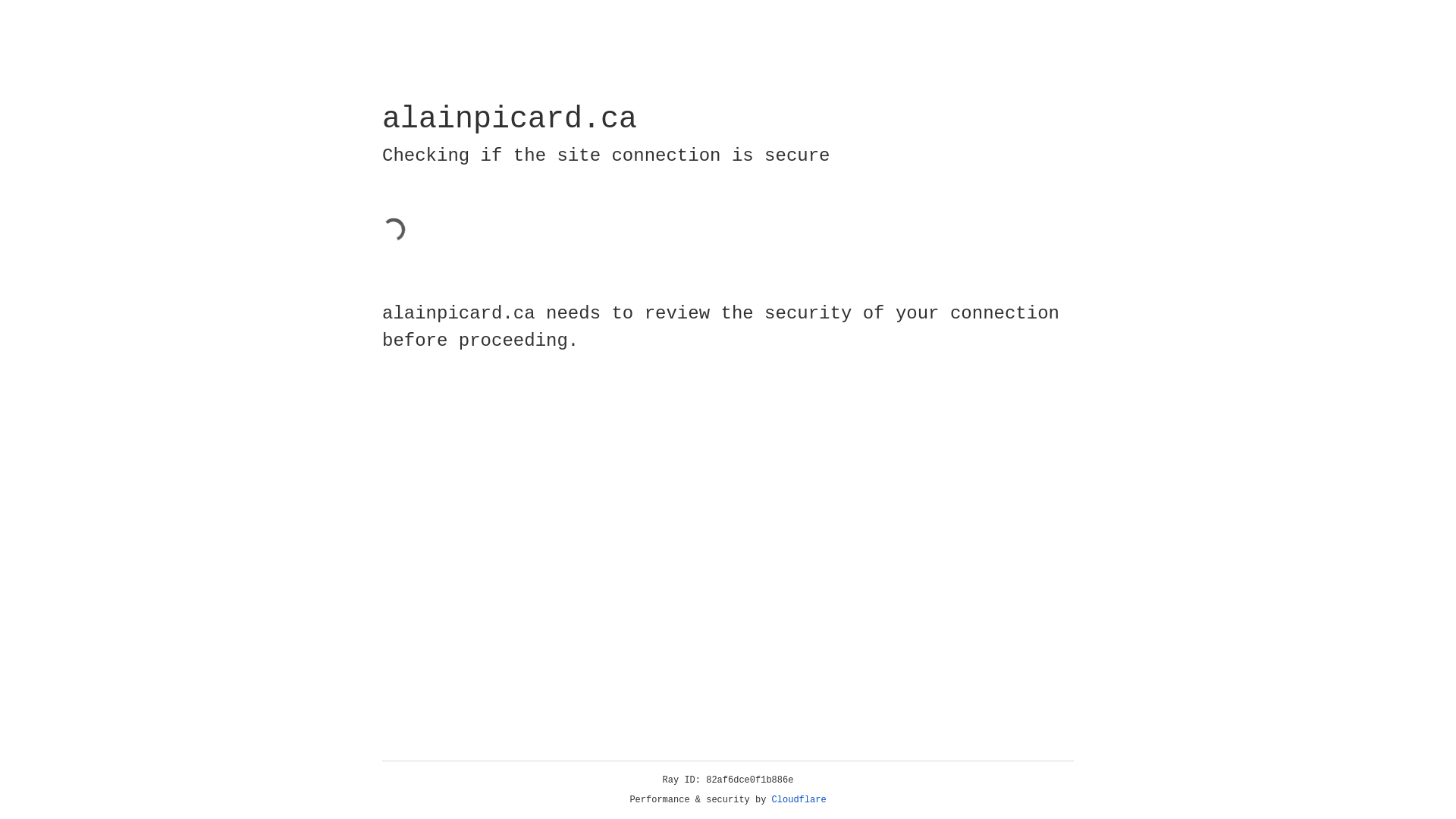 The image size is (1456, 819). What do you see at coordinates (799, 799) in the screenshot?
I see `'Cloudflare'` at bounding box center [799, 799].